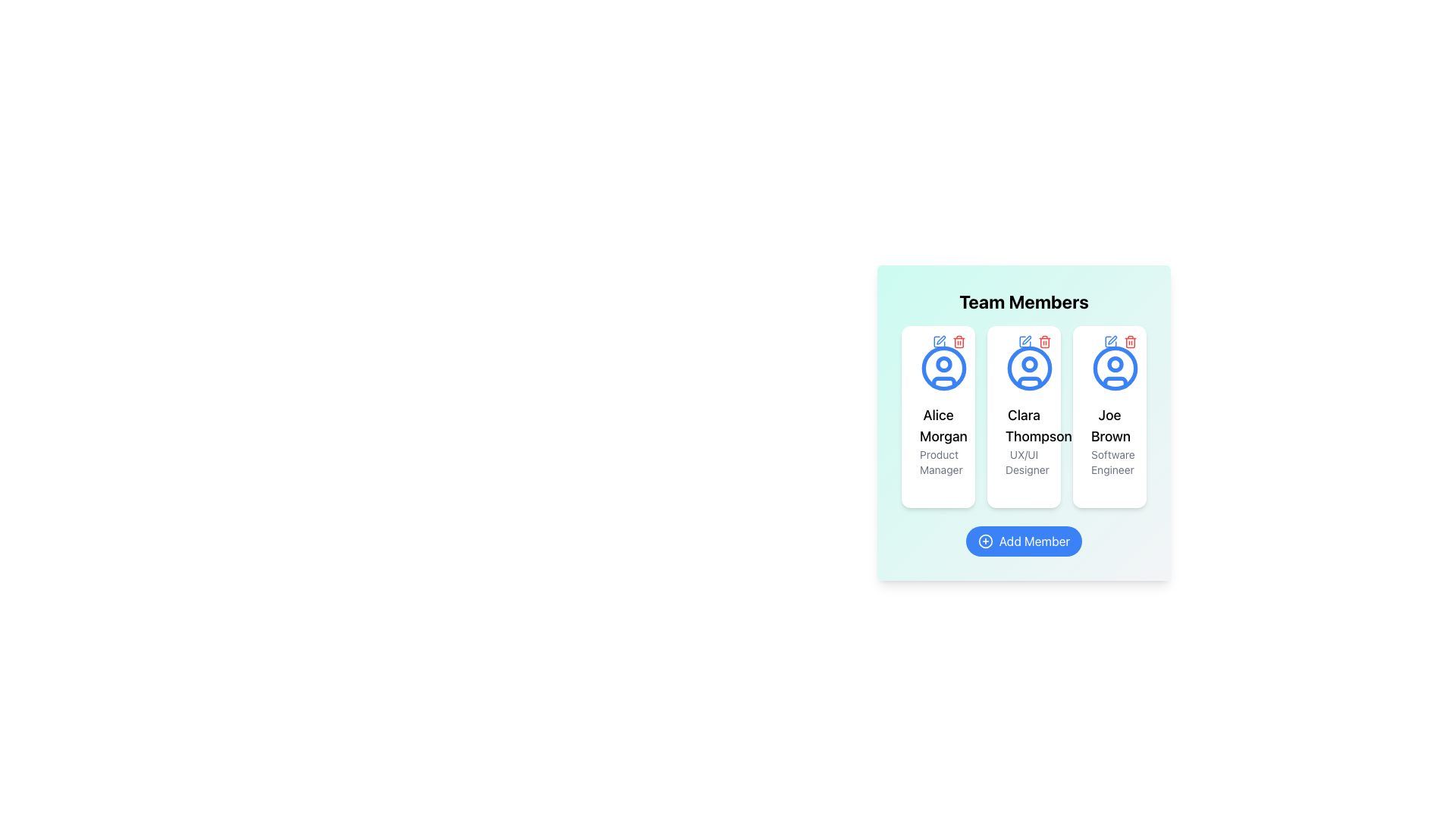 This screenshot has height=819, width=1456. What do you see at coordinates (1025, 342) in the screenshot?
I see `the 'Edit' button with an icon located in the top-right corner of the card for 'Clara Thompson UX/UI Designer' in the 'Team Members' panel` at bounding box center [1025, 342].